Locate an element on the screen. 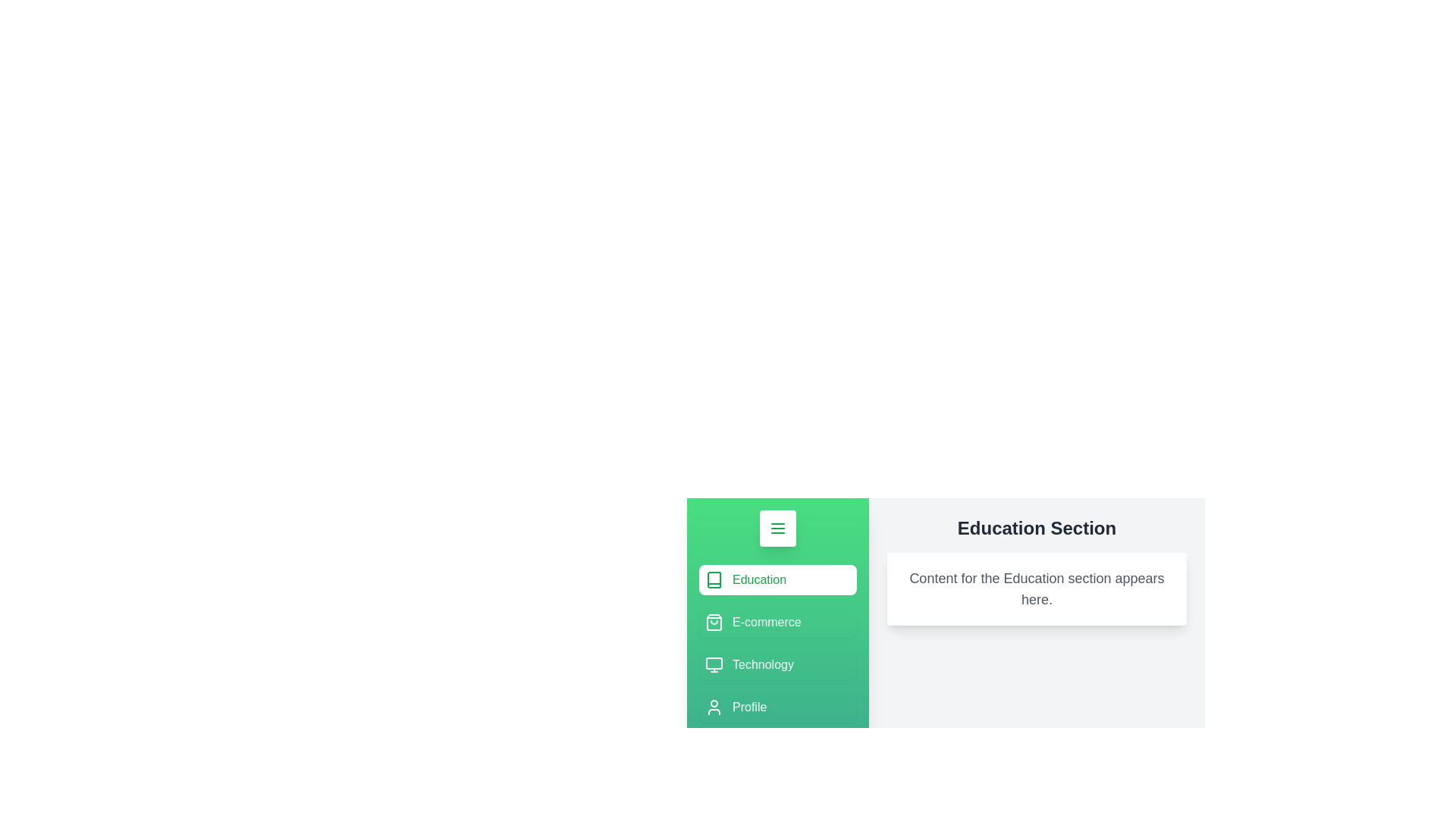 The image size is (1456, 819). the section Education in the drawer is located at coordinates (778, 579).